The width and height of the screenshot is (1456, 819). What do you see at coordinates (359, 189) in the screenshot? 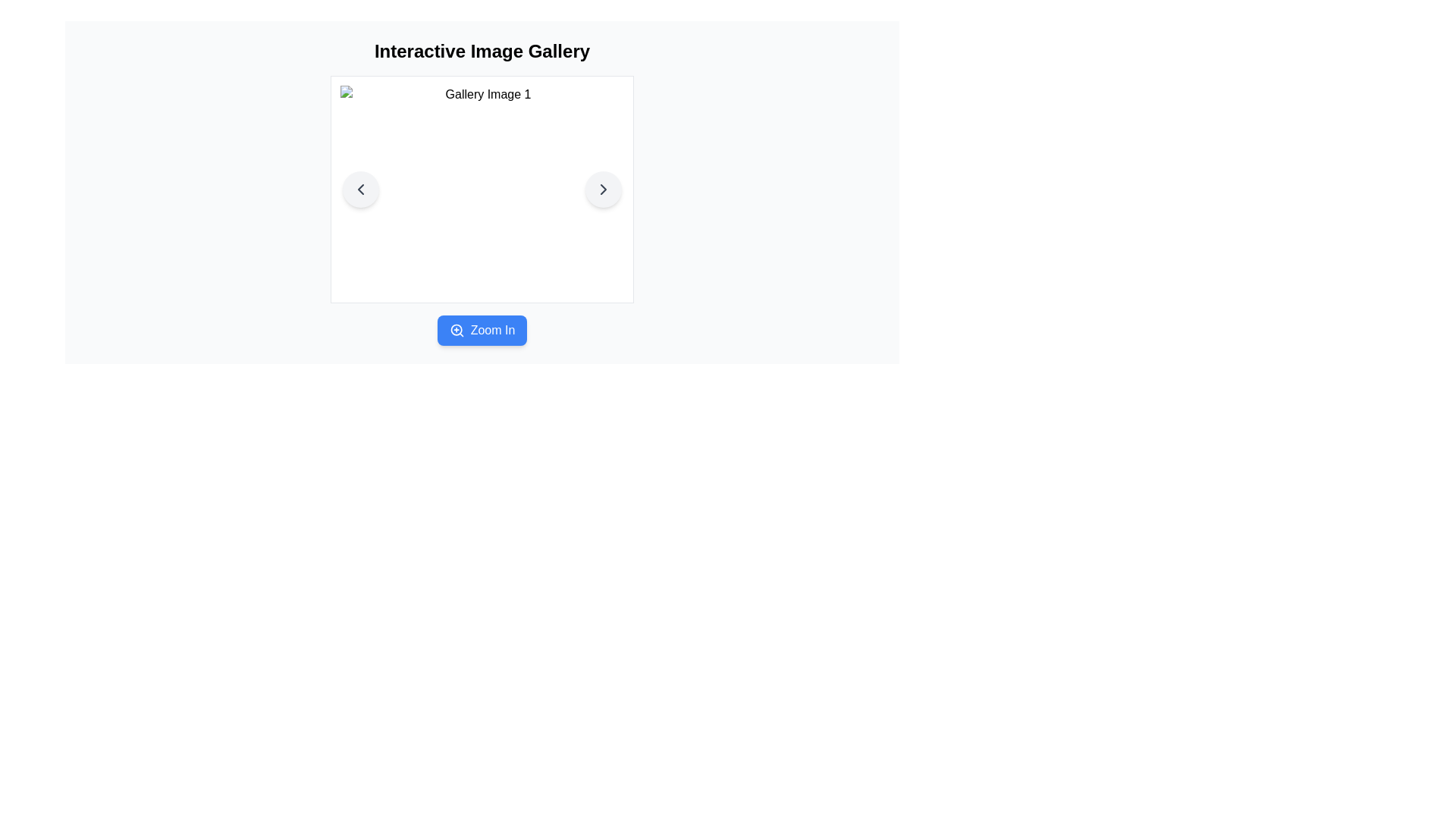
I see `the icon button located on the left side of the image gallery` at bounding box center [359, 189].